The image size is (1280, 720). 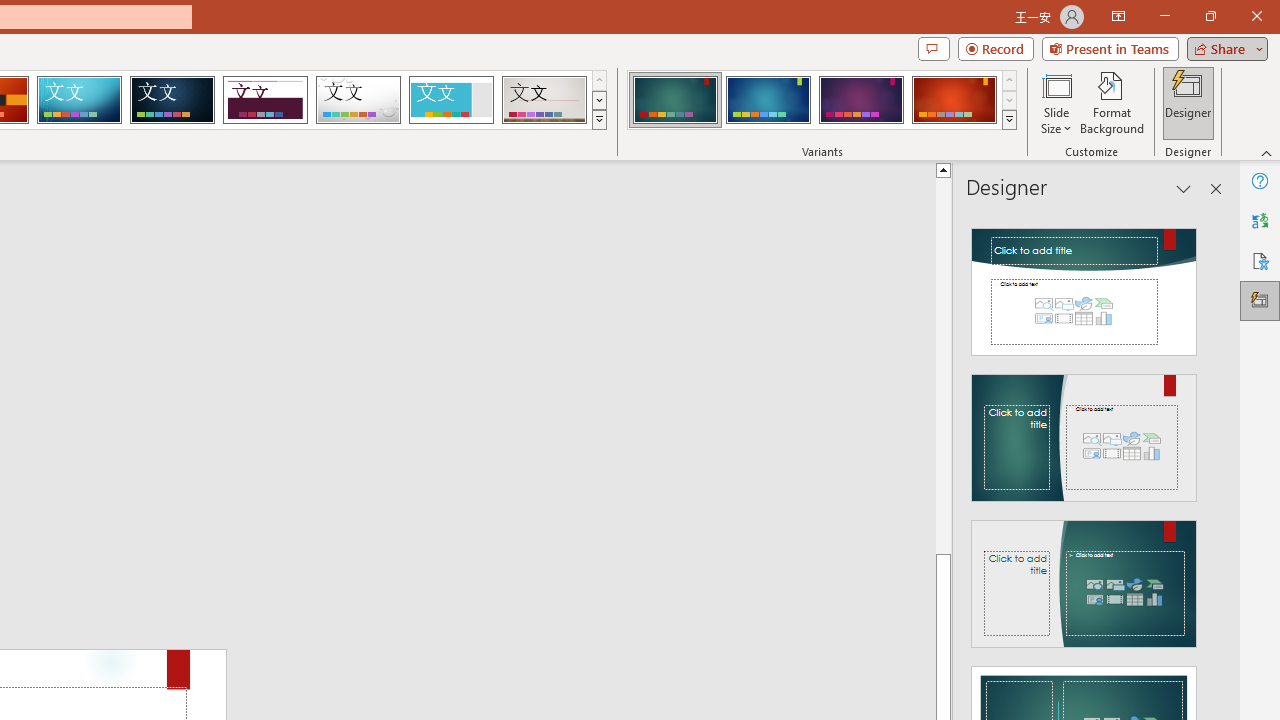 I want to click on 'Damask', so click(x=172, y=100).